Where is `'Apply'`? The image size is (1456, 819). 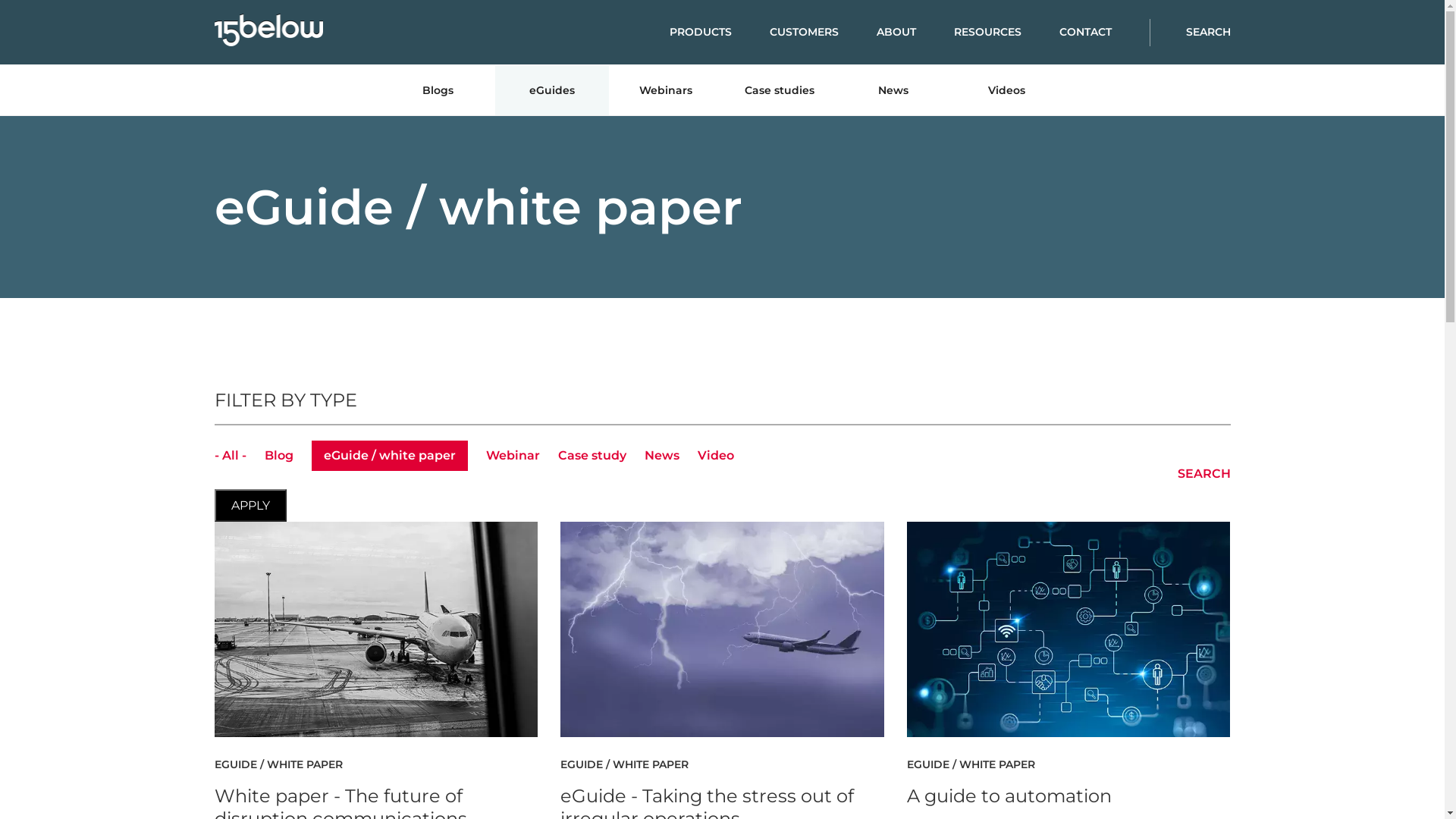 'Apply' is located at coordinates (249, 505).